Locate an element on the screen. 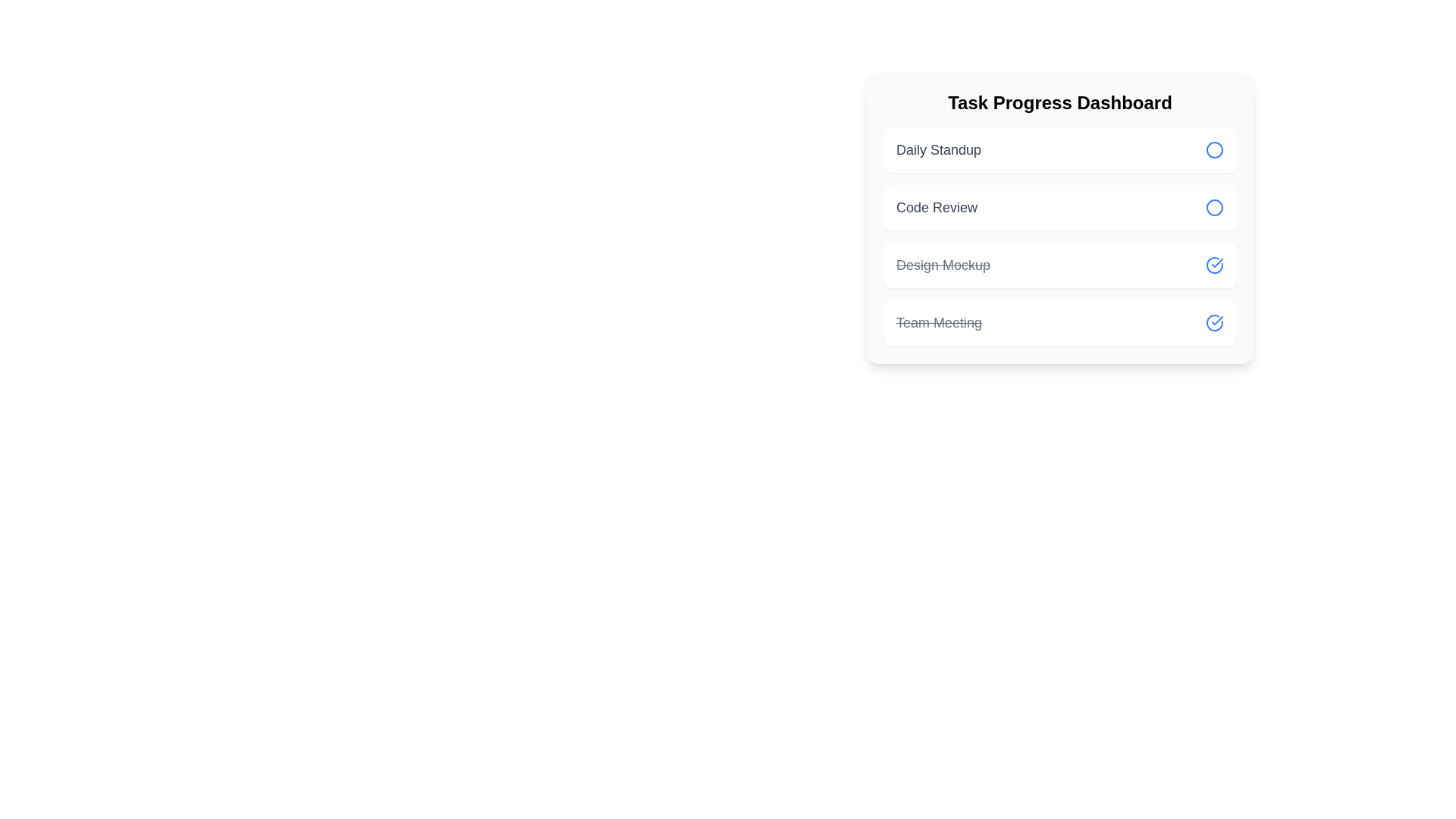 This screenshot has width=1456, height=819. the circular icon button on the right side of the 'Code Review' task row is located at coordinates (1215, 207).